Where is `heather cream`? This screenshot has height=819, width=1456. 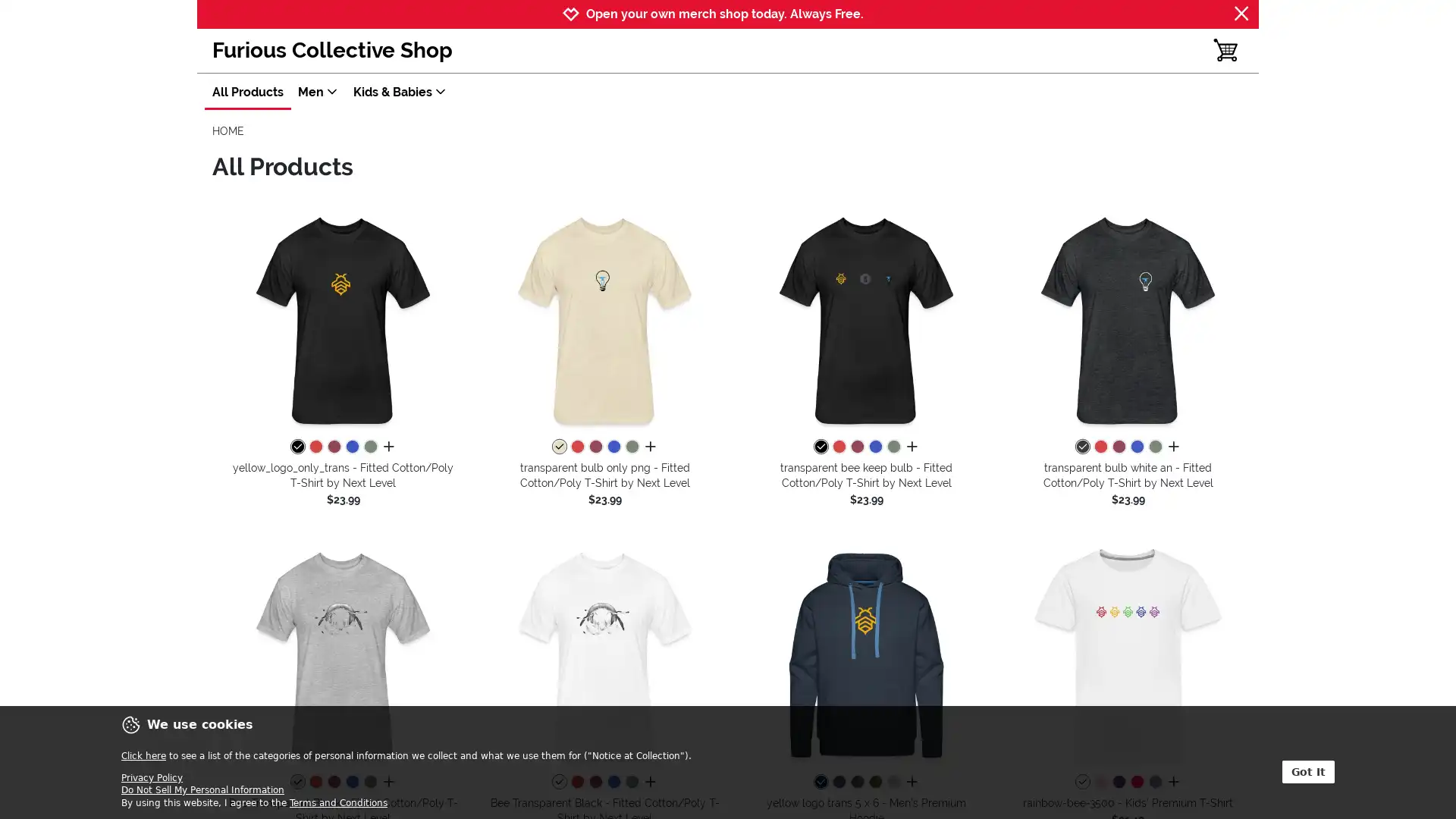 heather cream is located at coordinates (558, 447).